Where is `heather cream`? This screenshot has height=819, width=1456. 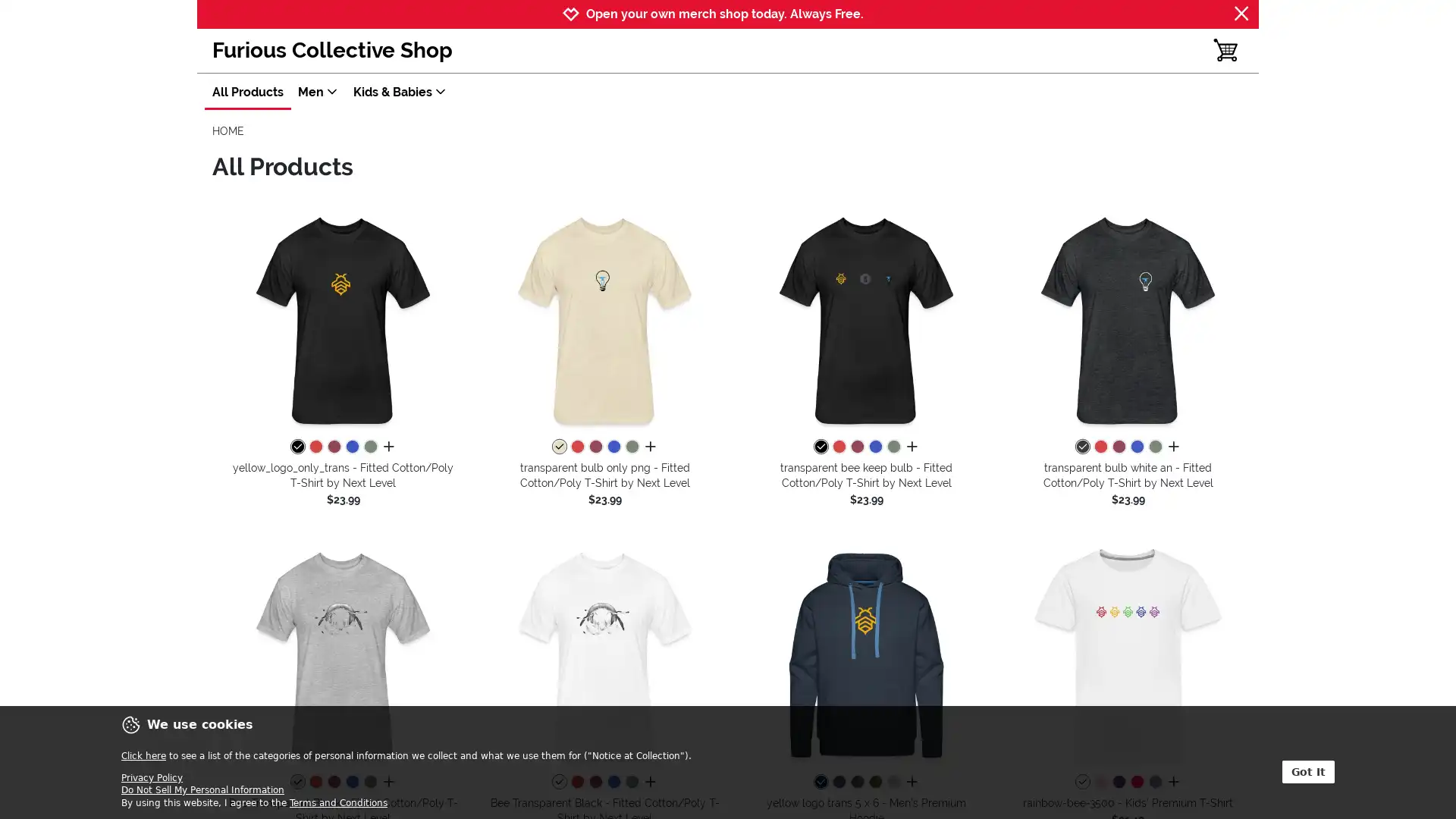 heather cream is located at coordinates (558, 447).